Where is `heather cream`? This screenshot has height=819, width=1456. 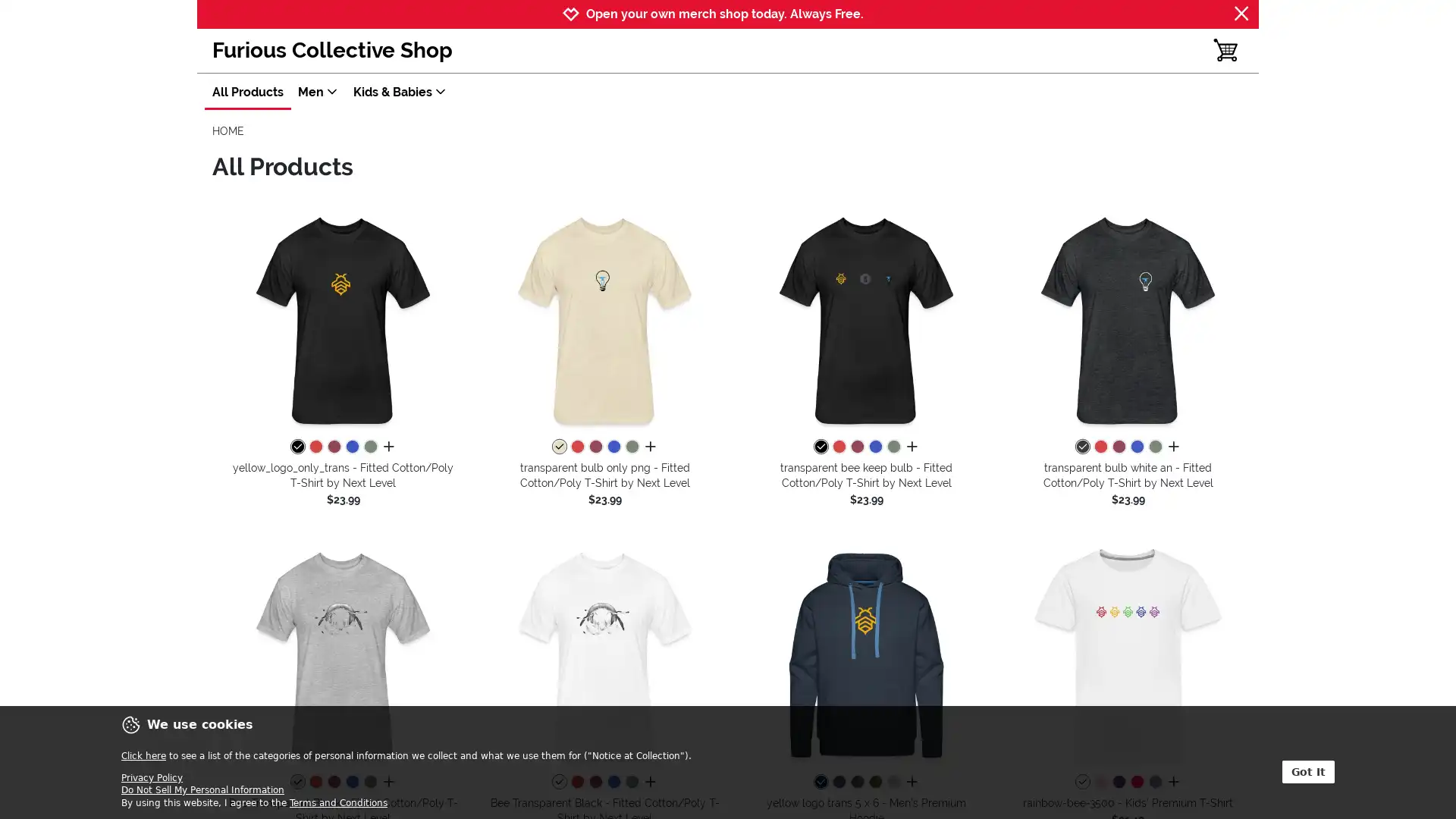 heather cream is located at coordinates (558, 447).